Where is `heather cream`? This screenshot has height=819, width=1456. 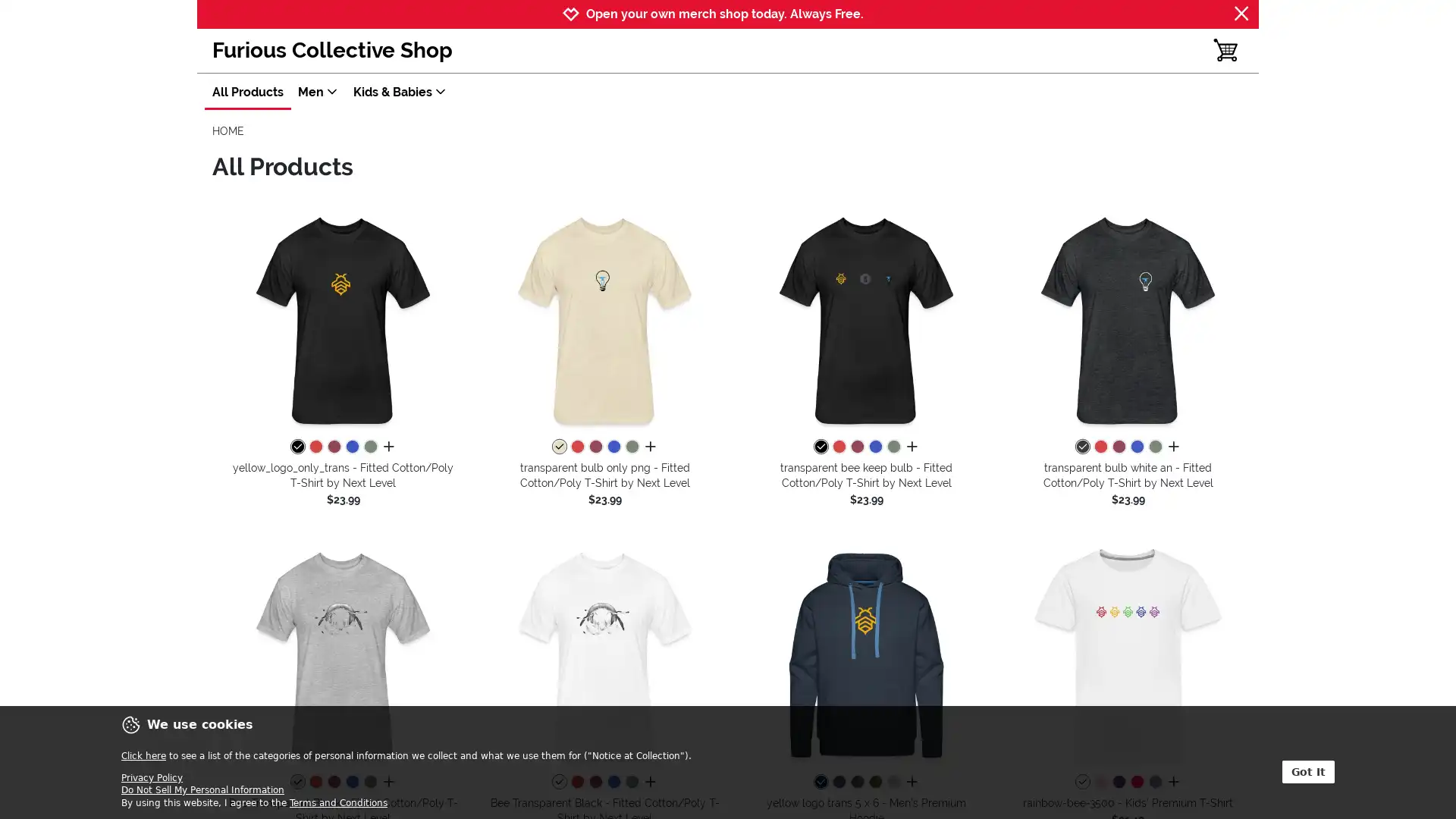 heather cream is located at coordinates (558, 447).